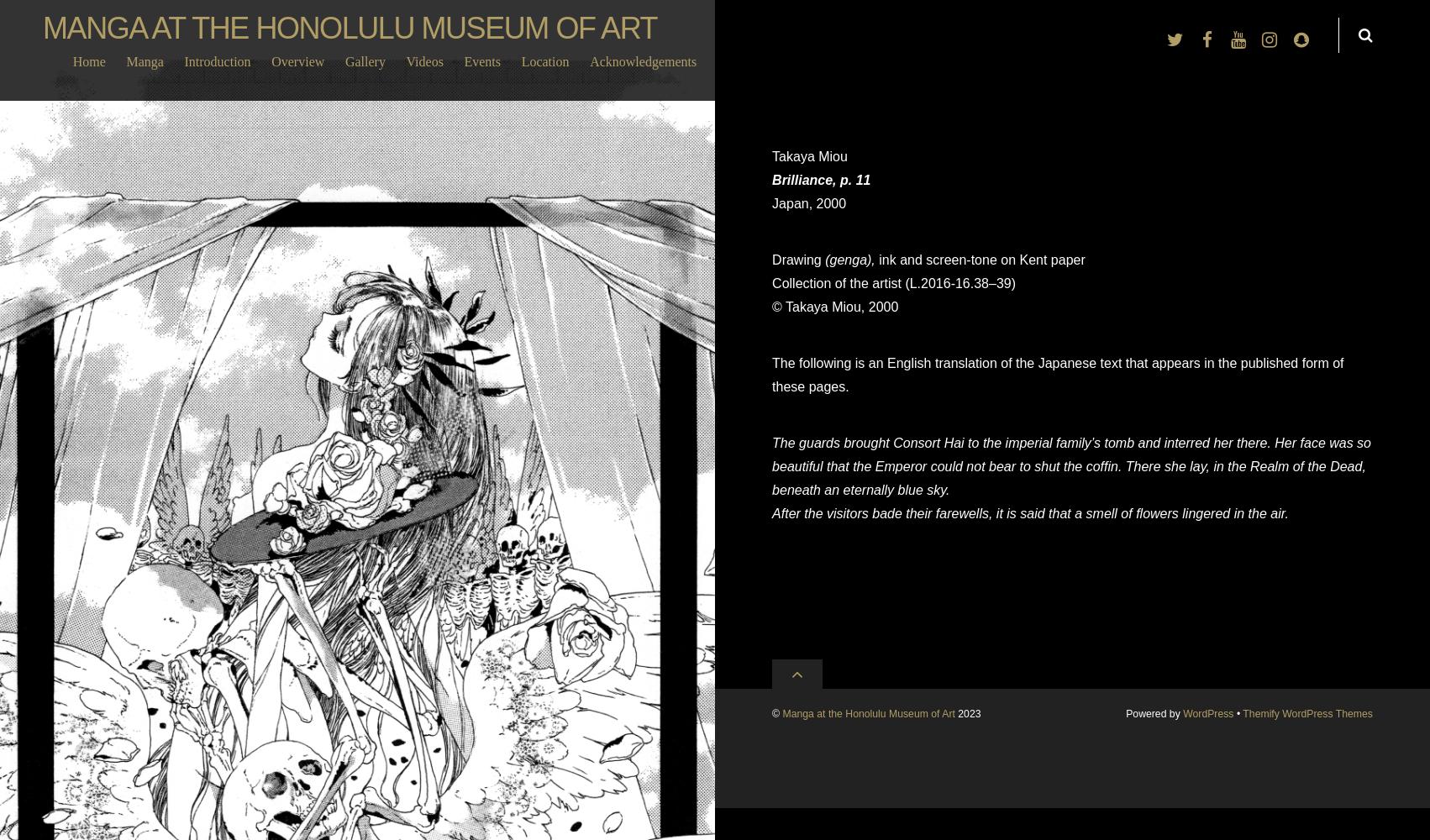 This screenshot has height=840, width=1430. I want to click on 'Drawing', so click(798, 259).